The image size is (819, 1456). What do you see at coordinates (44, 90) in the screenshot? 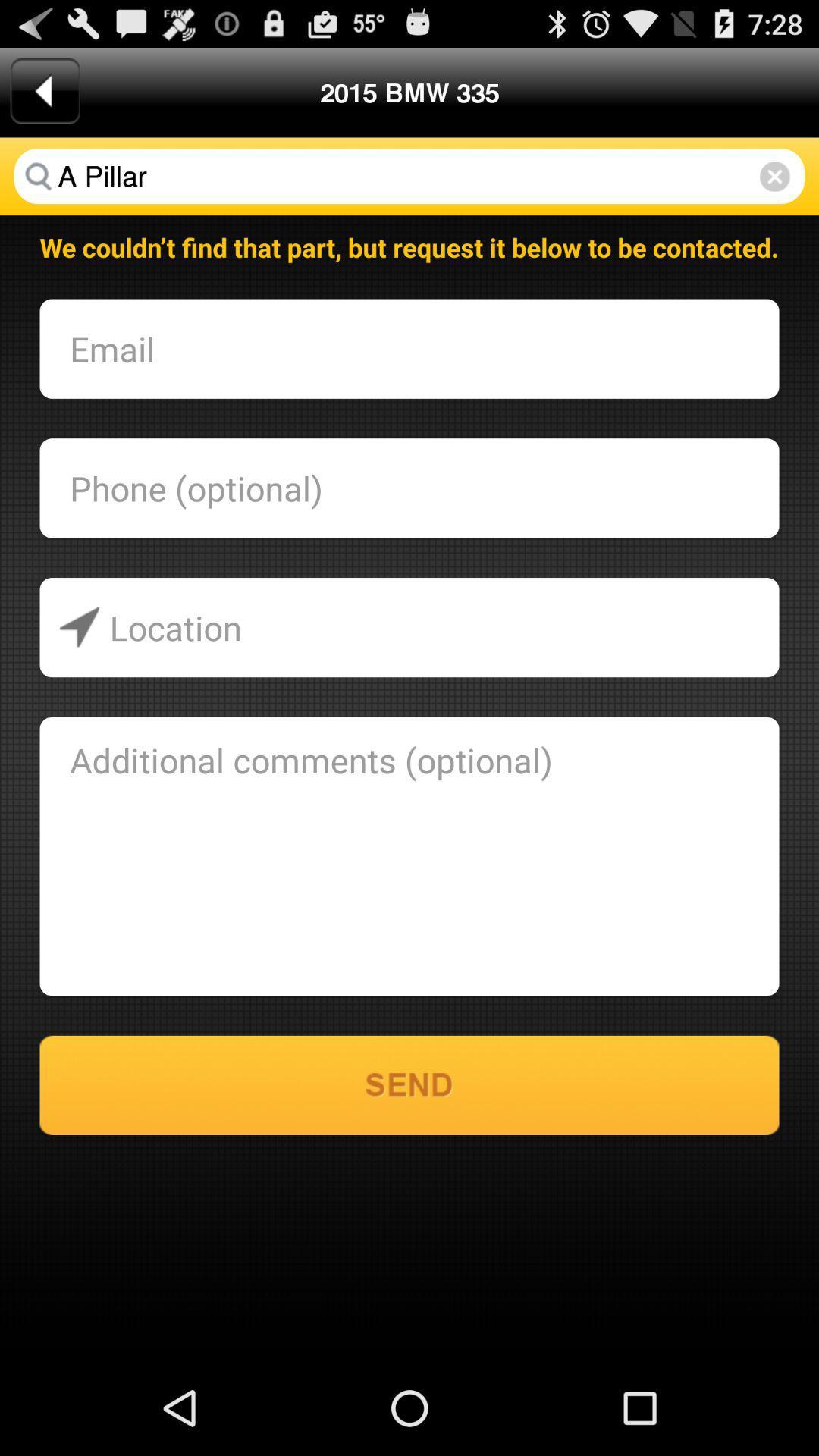
I see `the app to the left of the 2015 bmw 335 app` at bounding box center [44, 90].